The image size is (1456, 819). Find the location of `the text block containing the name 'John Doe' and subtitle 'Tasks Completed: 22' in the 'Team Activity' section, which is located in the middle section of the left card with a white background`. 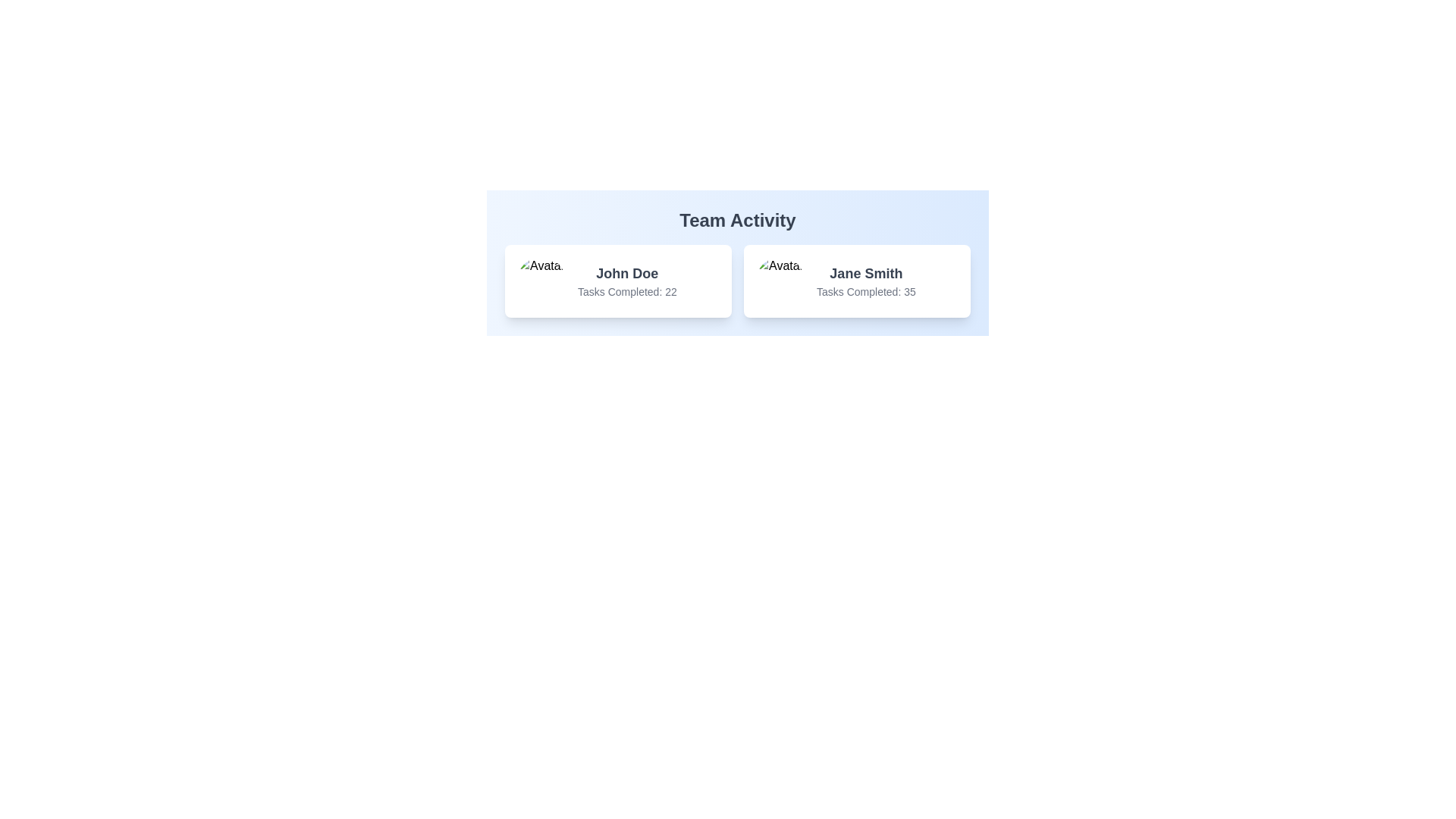

the text block containing the name 'John Doe' and subtitle 'Tasks Completed: 22' in the 'Team Activity' section, which is located in the middle section of the left card with a white background is located at coordinates (627, 281).